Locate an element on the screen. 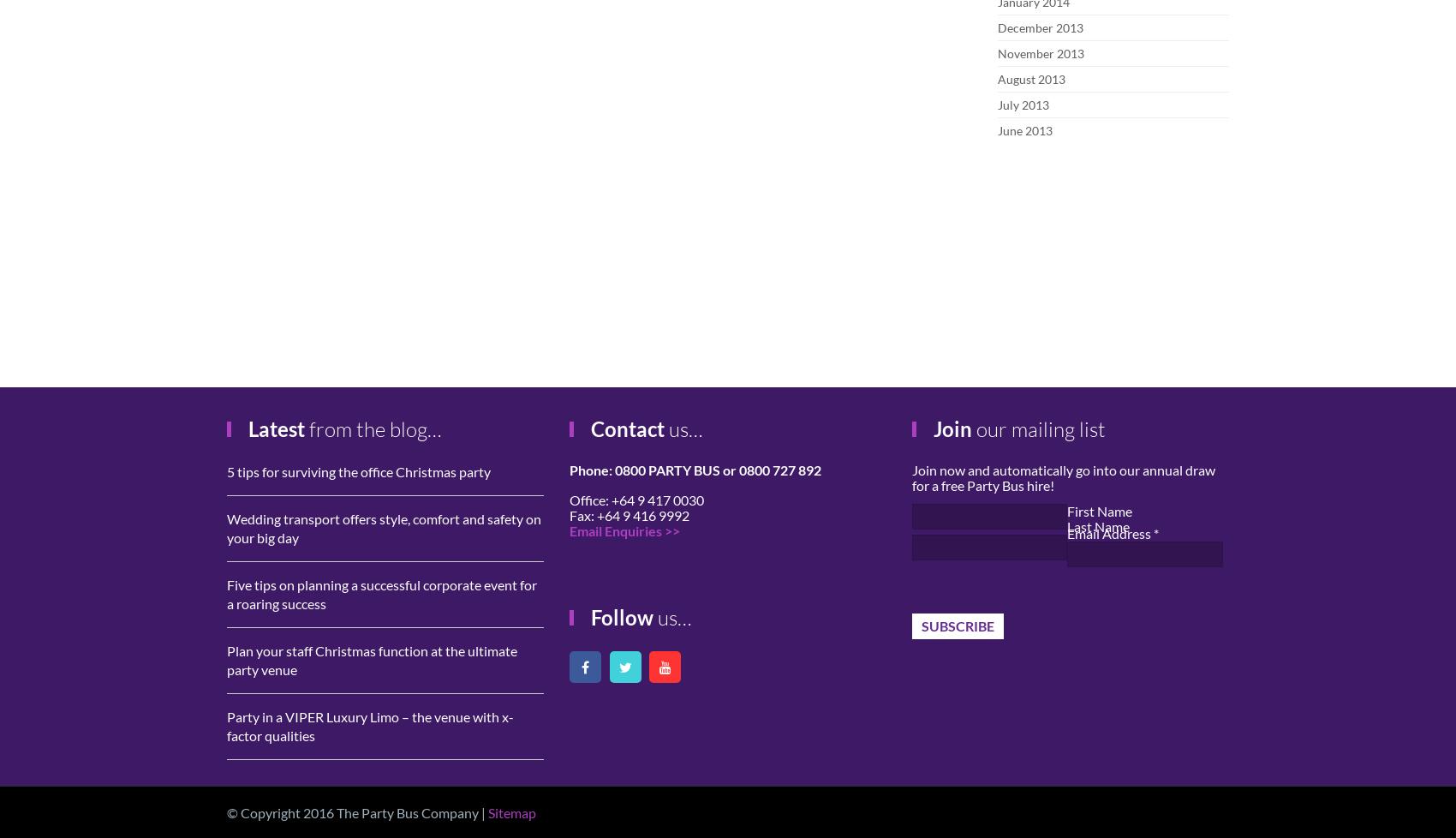 The image size is (1456, 838). 'our mailing list' is located at coordinates (1037, 429).